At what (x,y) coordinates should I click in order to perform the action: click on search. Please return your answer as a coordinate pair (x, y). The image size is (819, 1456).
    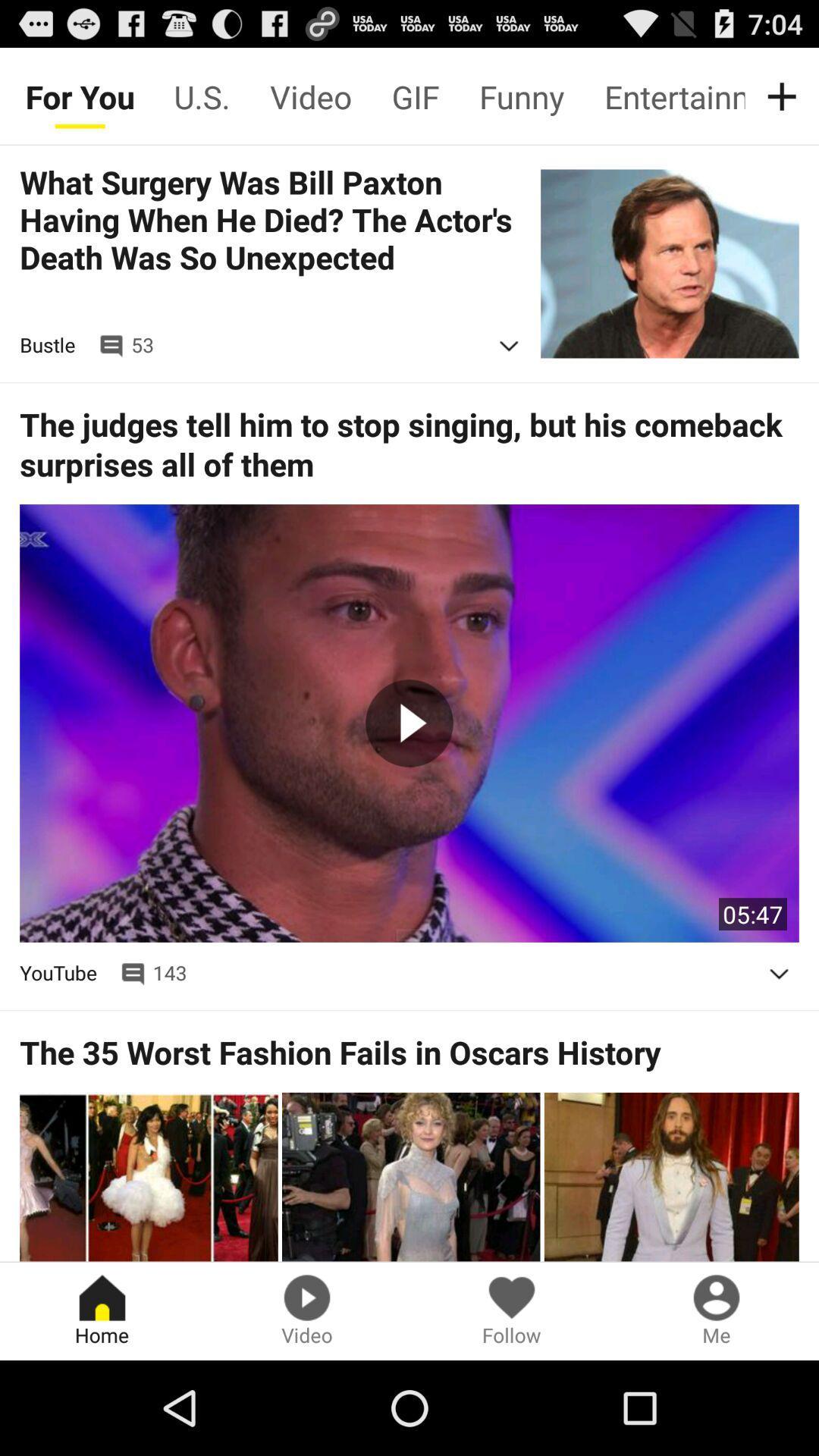
    Looking at the image, I should click on (785, 96).